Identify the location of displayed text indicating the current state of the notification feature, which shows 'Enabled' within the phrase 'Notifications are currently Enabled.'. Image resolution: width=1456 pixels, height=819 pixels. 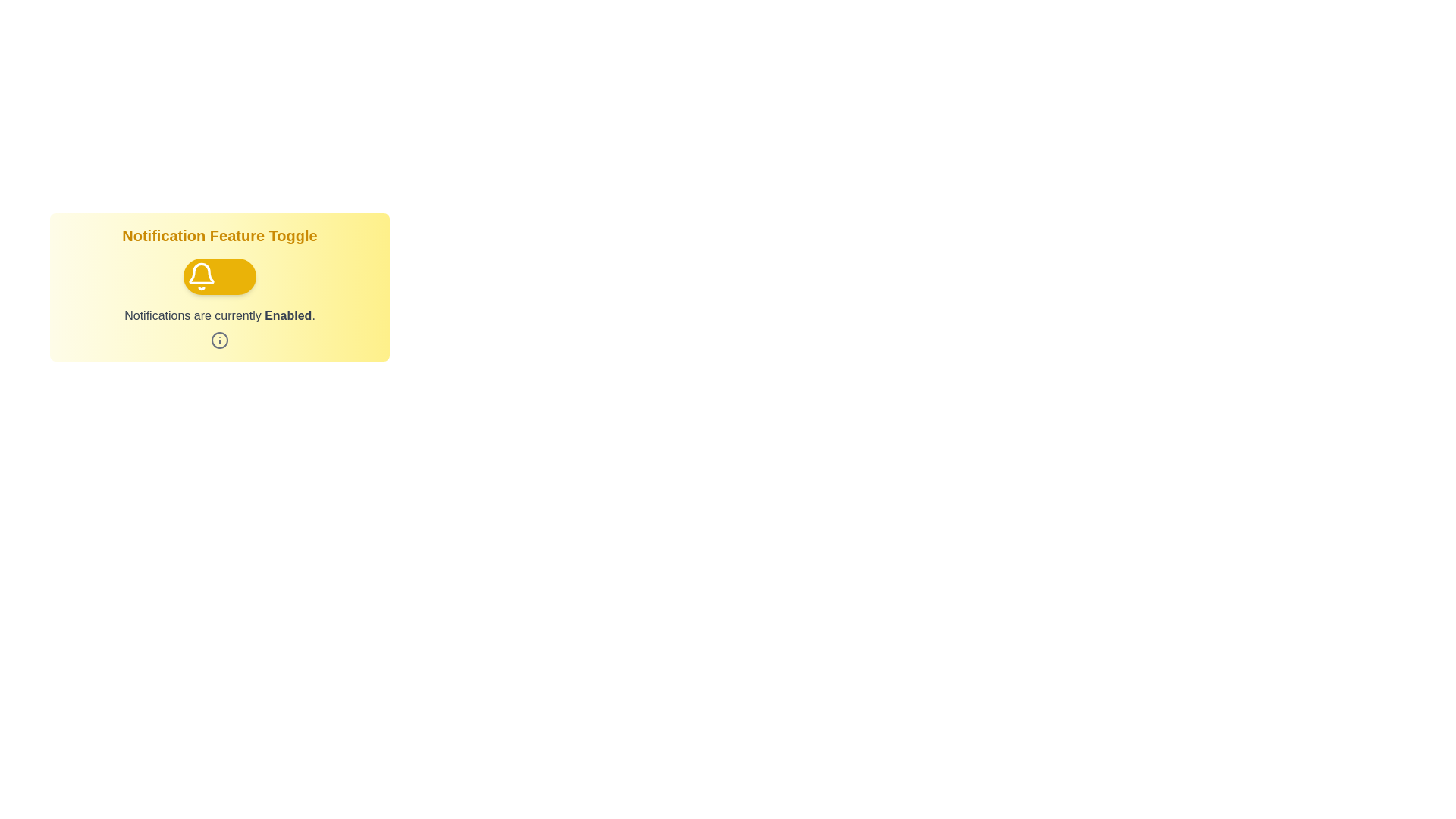
(288, 315).